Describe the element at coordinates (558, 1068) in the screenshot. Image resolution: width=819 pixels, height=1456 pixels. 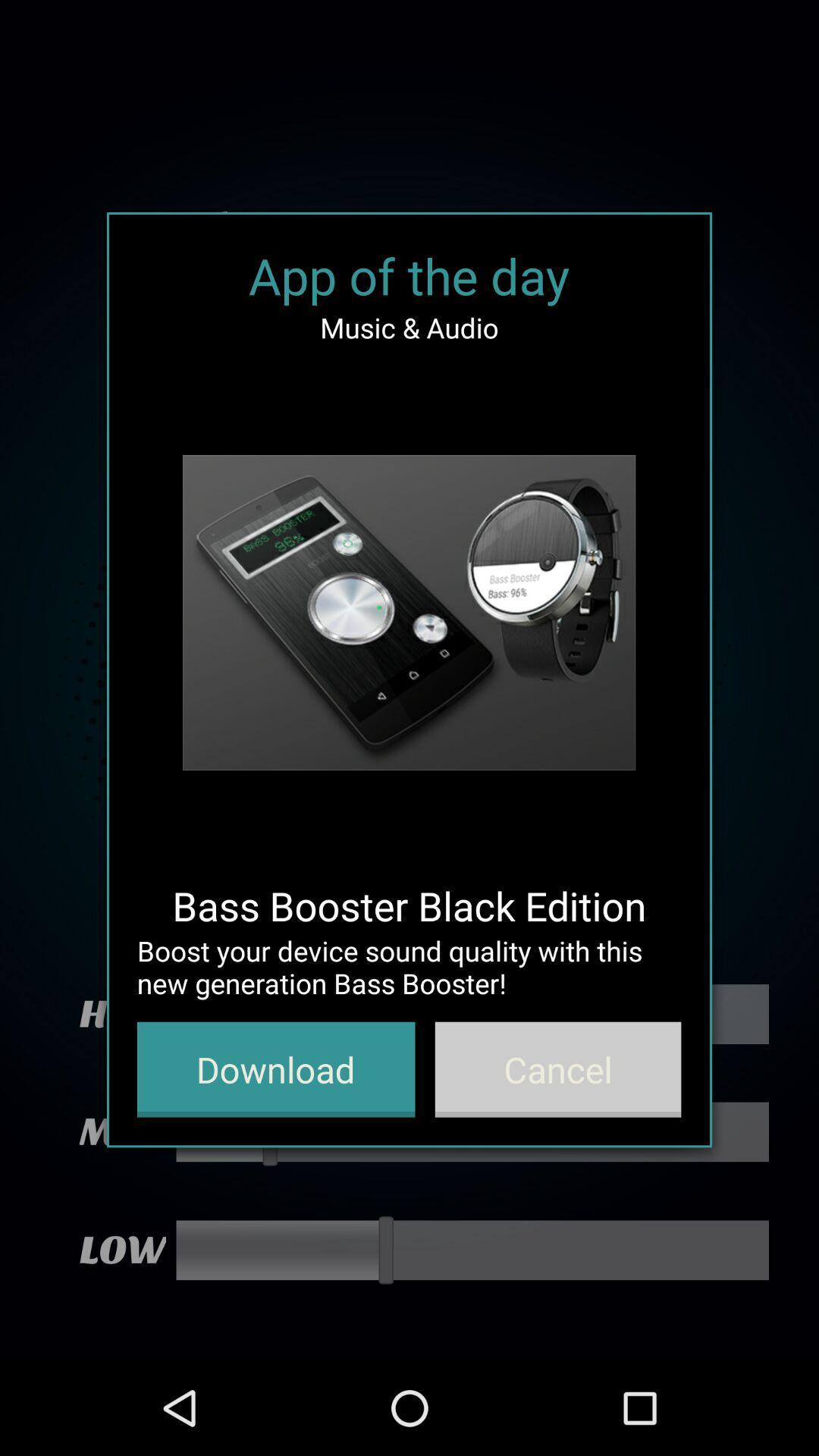
I see `the item at the bottom right corner` at that location.